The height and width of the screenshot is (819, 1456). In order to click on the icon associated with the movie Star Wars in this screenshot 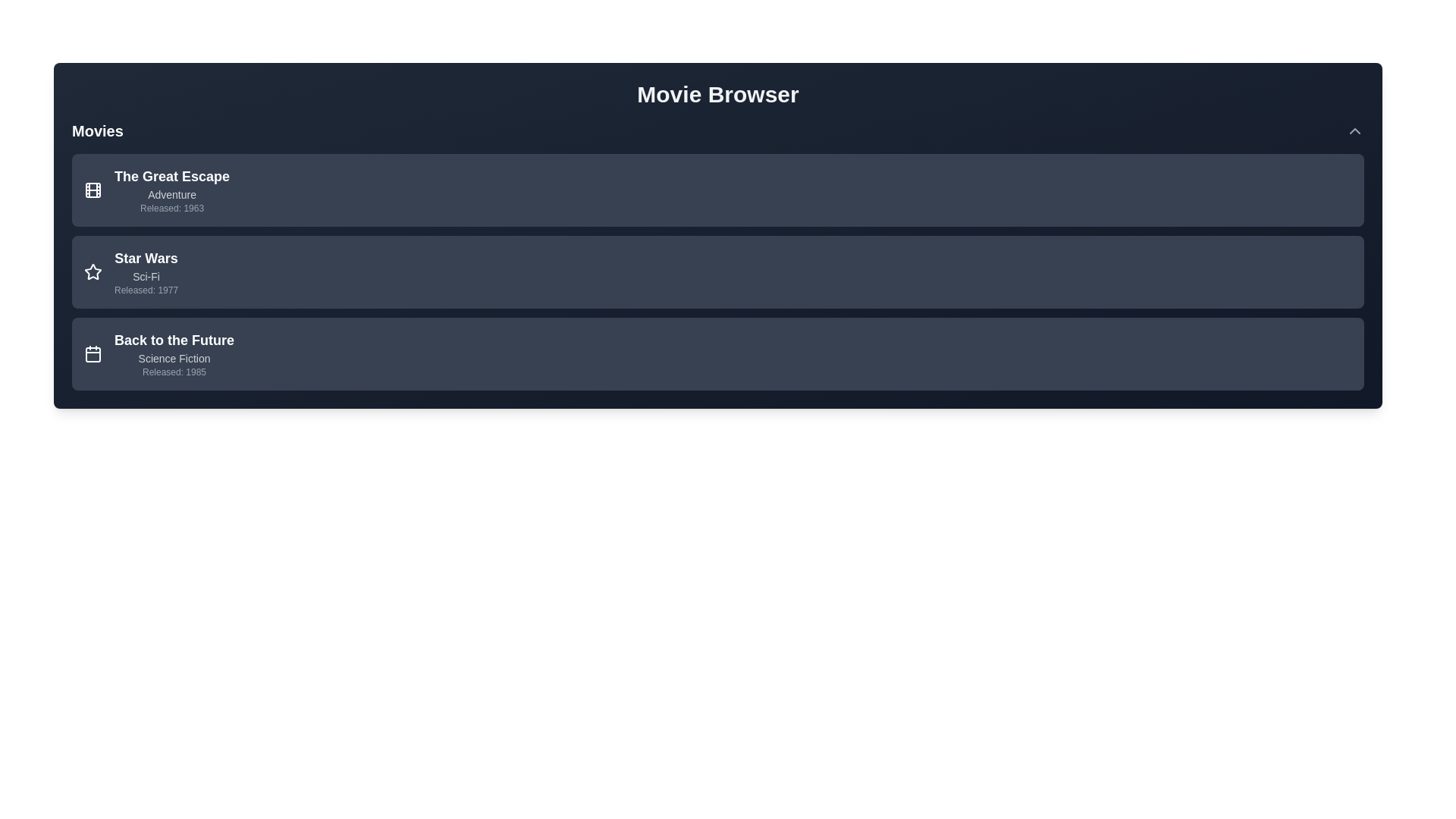, I will do `click(93, 271)`.